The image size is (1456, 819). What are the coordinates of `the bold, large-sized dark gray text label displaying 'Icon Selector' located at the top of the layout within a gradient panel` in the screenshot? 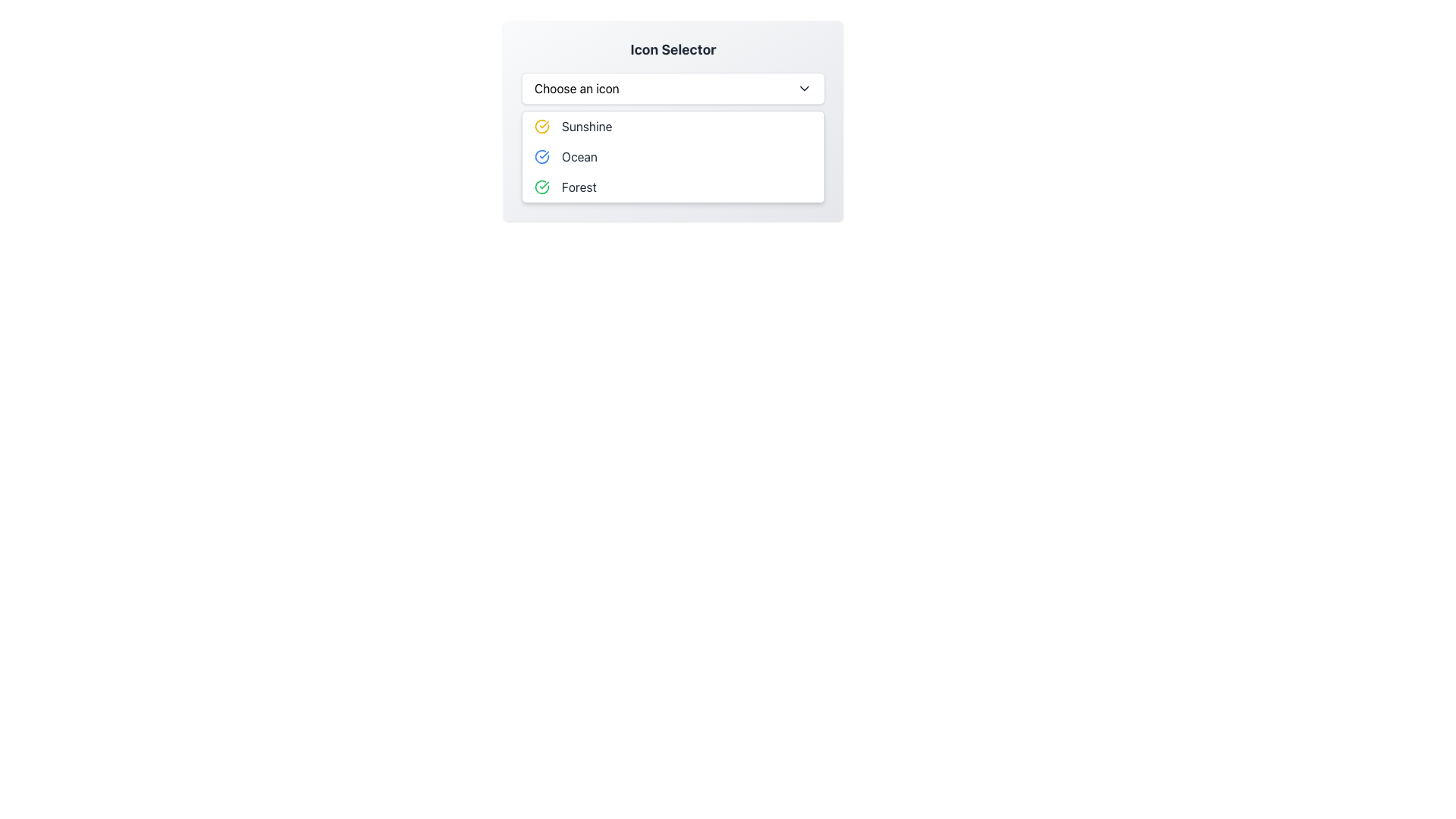 It's located at (673, 49).